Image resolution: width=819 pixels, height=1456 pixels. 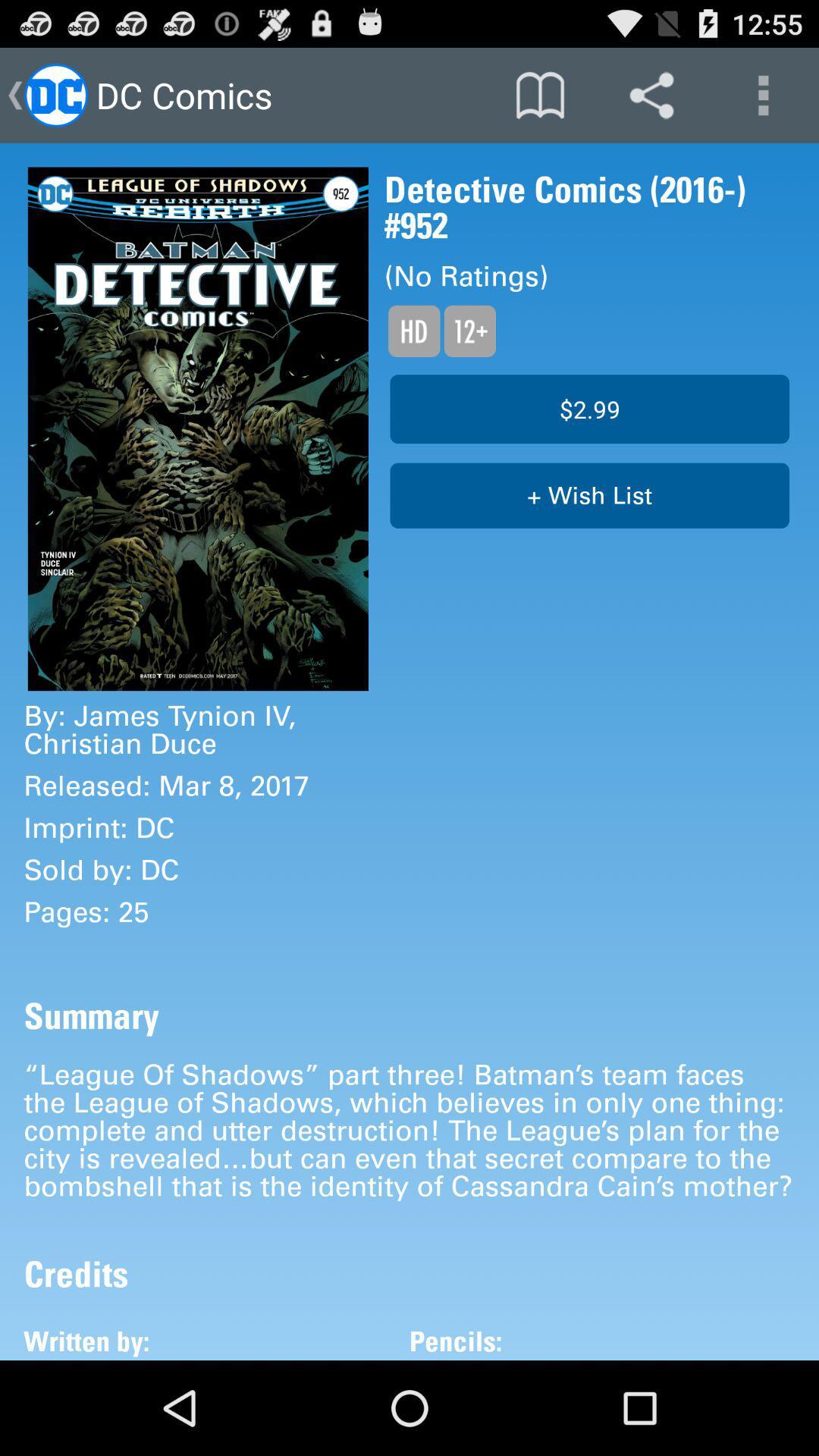 What do you see at coordinates (197, 428) in the screenshot?
I see `item above by james tynion icon` at bounding box center [197, 428].